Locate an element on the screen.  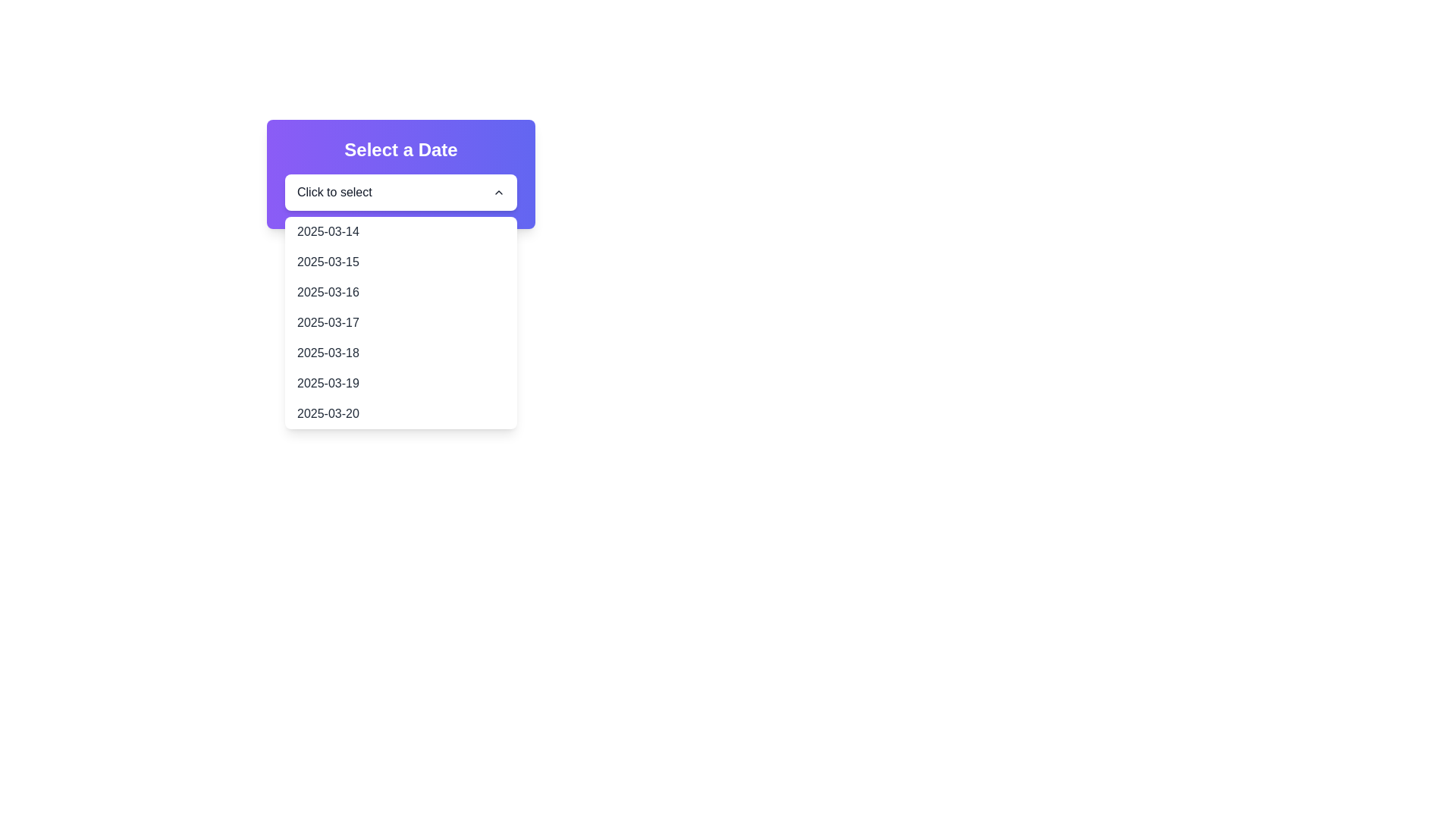
the sixth item in the dropdown menu is located at coordinates (400, 382).